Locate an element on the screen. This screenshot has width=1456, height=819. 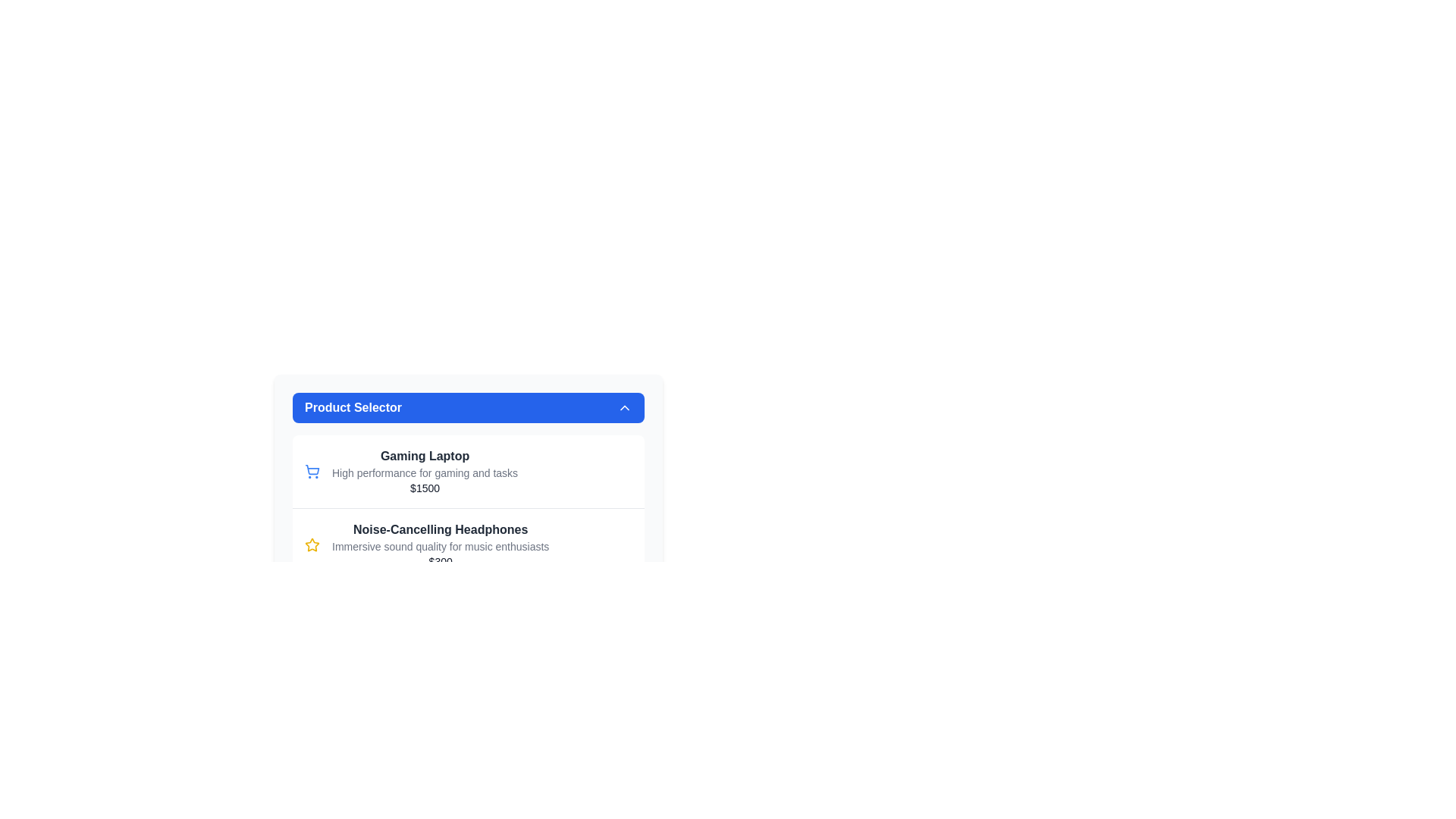
the selectable list item labeled 'Noise-Cancelling Headphones' is located at coordinates (468, 543).